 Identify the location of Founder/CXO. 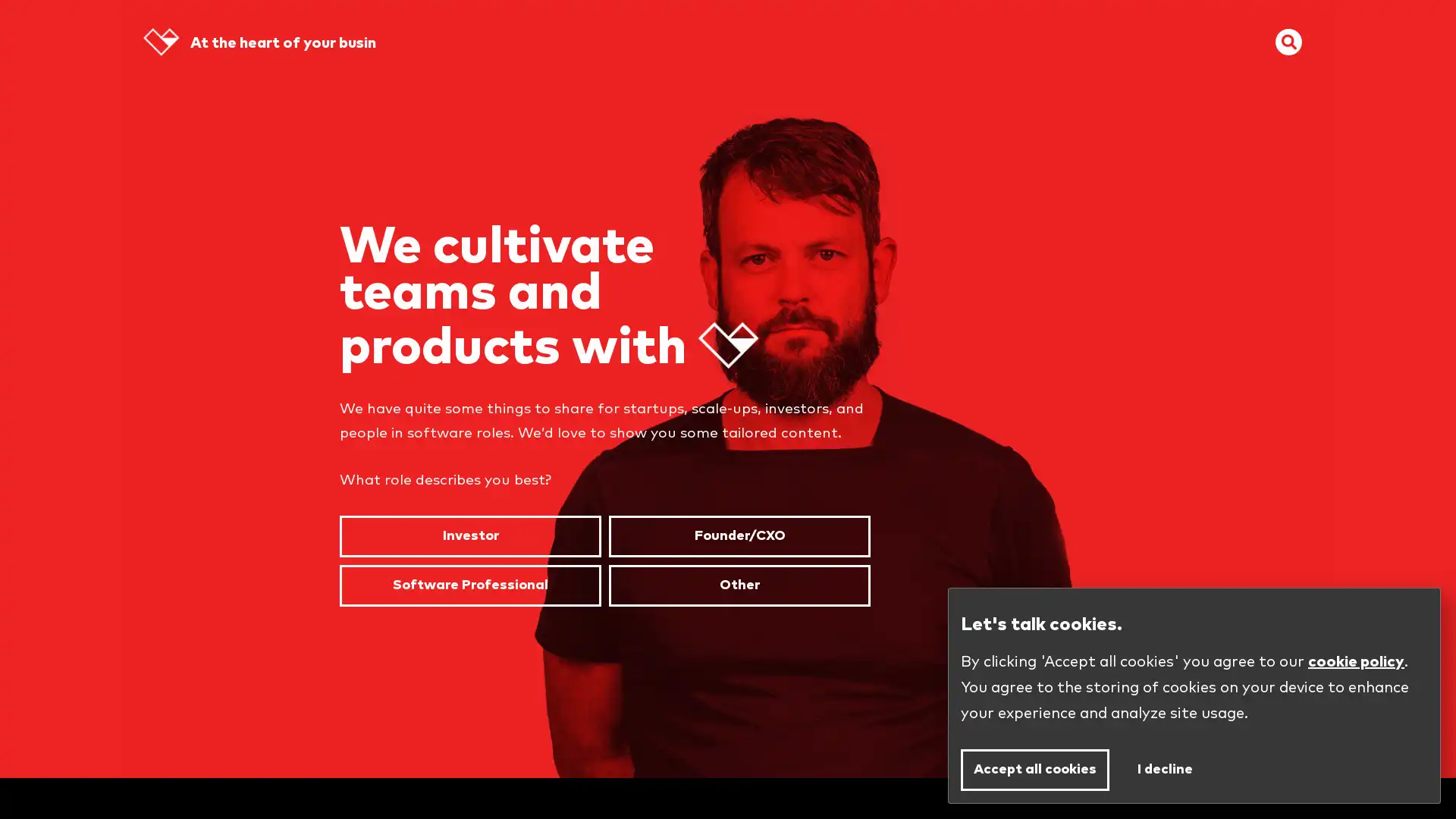
(739, 535).